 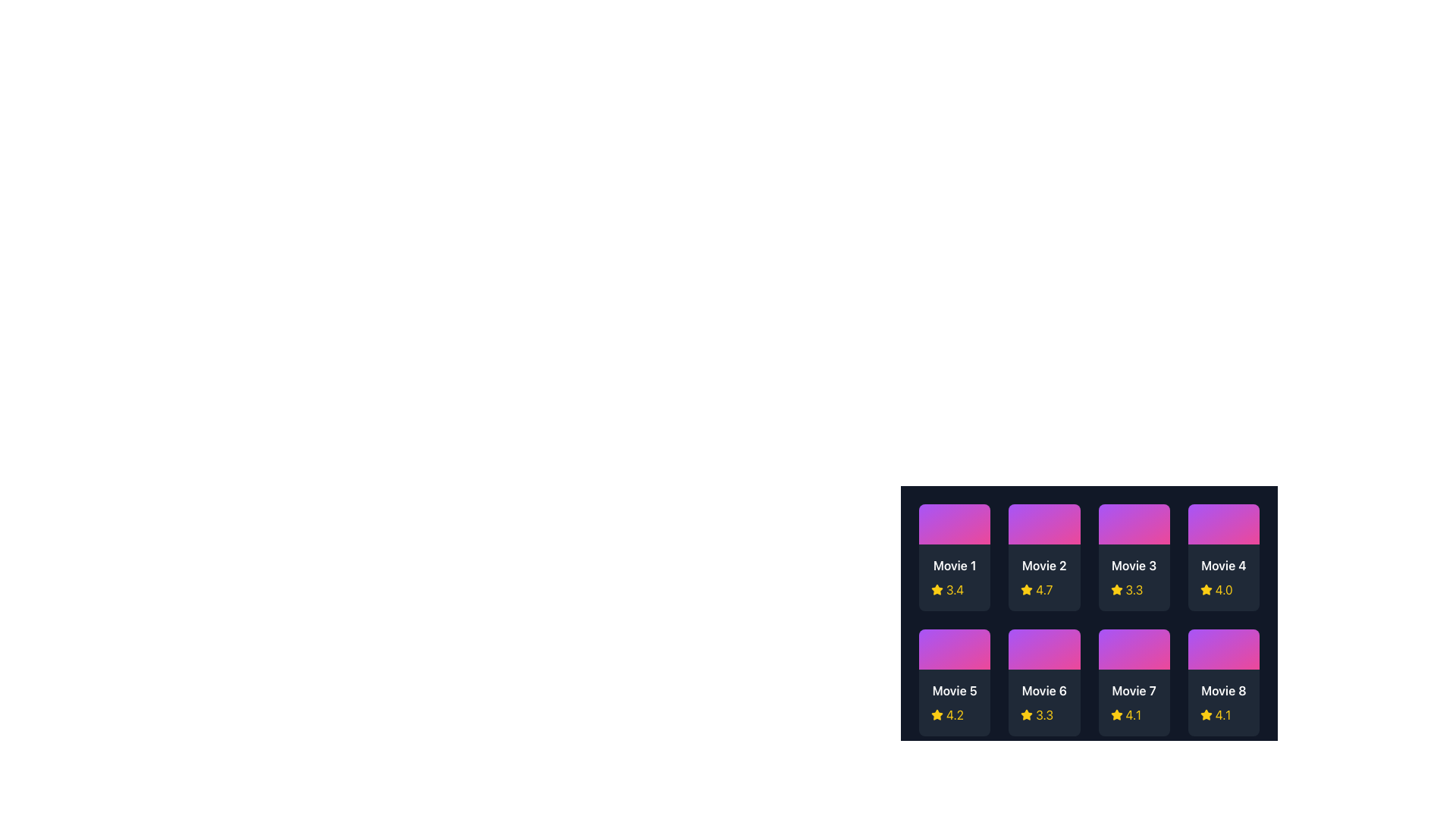 I want to click on rating value displayed as '4.7' next to the yellow star icon beneath the title 'Movie 2' in the second column of the first row, so click(x=1043, y=589).